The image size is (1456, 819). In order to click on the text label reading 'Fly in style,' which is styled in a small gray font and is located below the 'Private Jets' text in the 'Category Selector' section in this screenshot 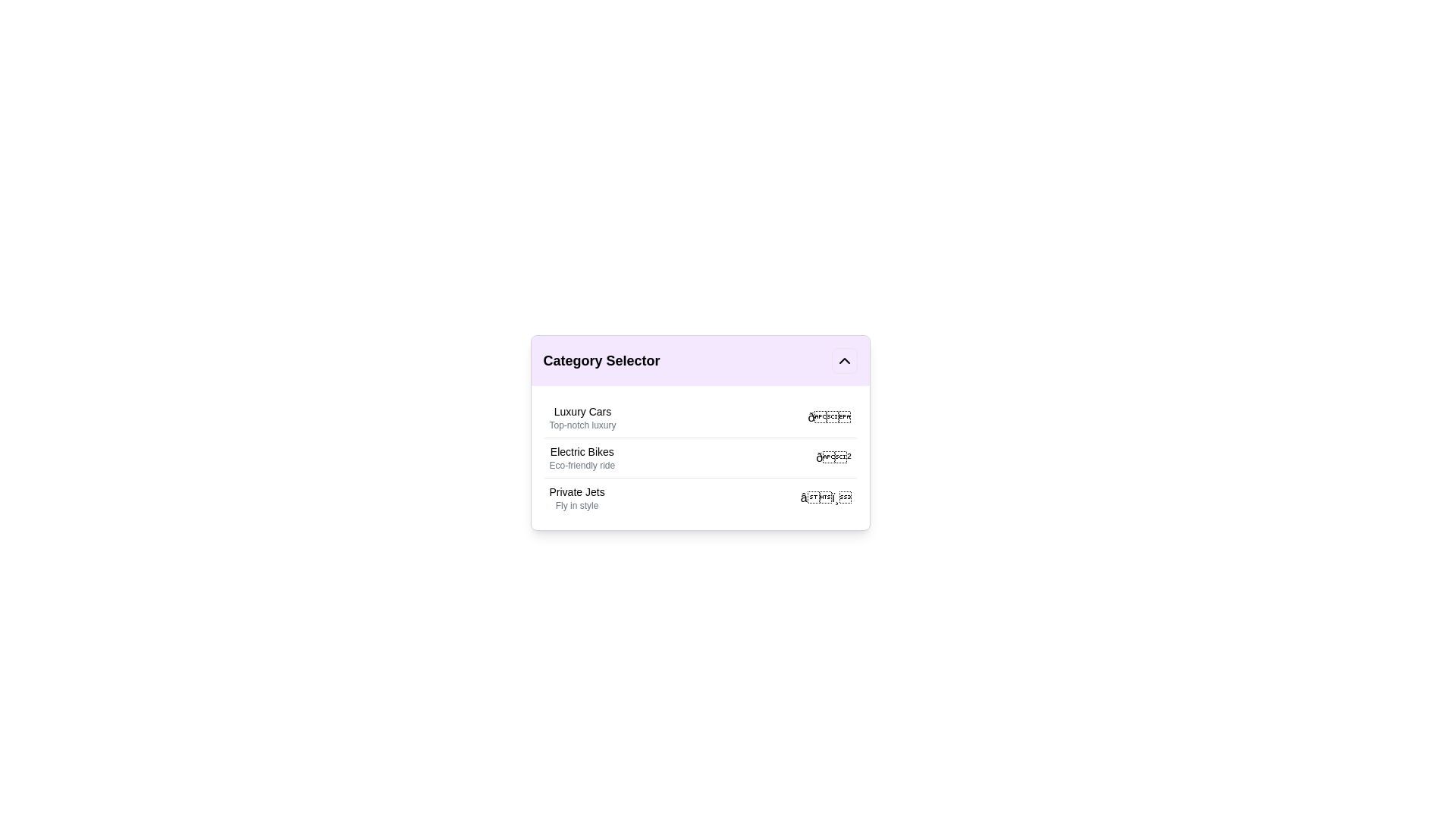, I will do `click(576, 506)`.